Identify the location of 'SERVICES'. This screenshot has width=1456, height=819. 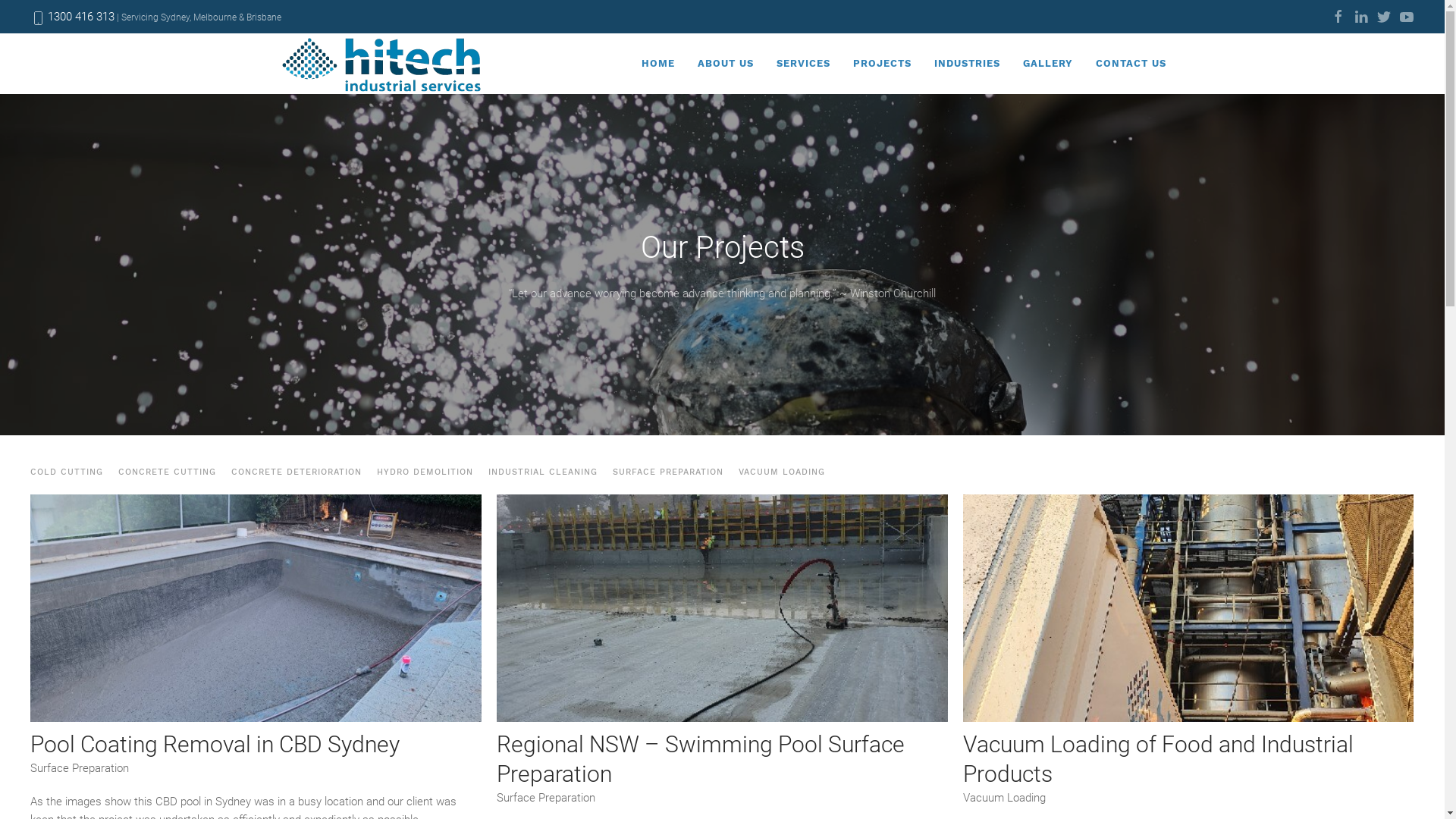
(802, 63).